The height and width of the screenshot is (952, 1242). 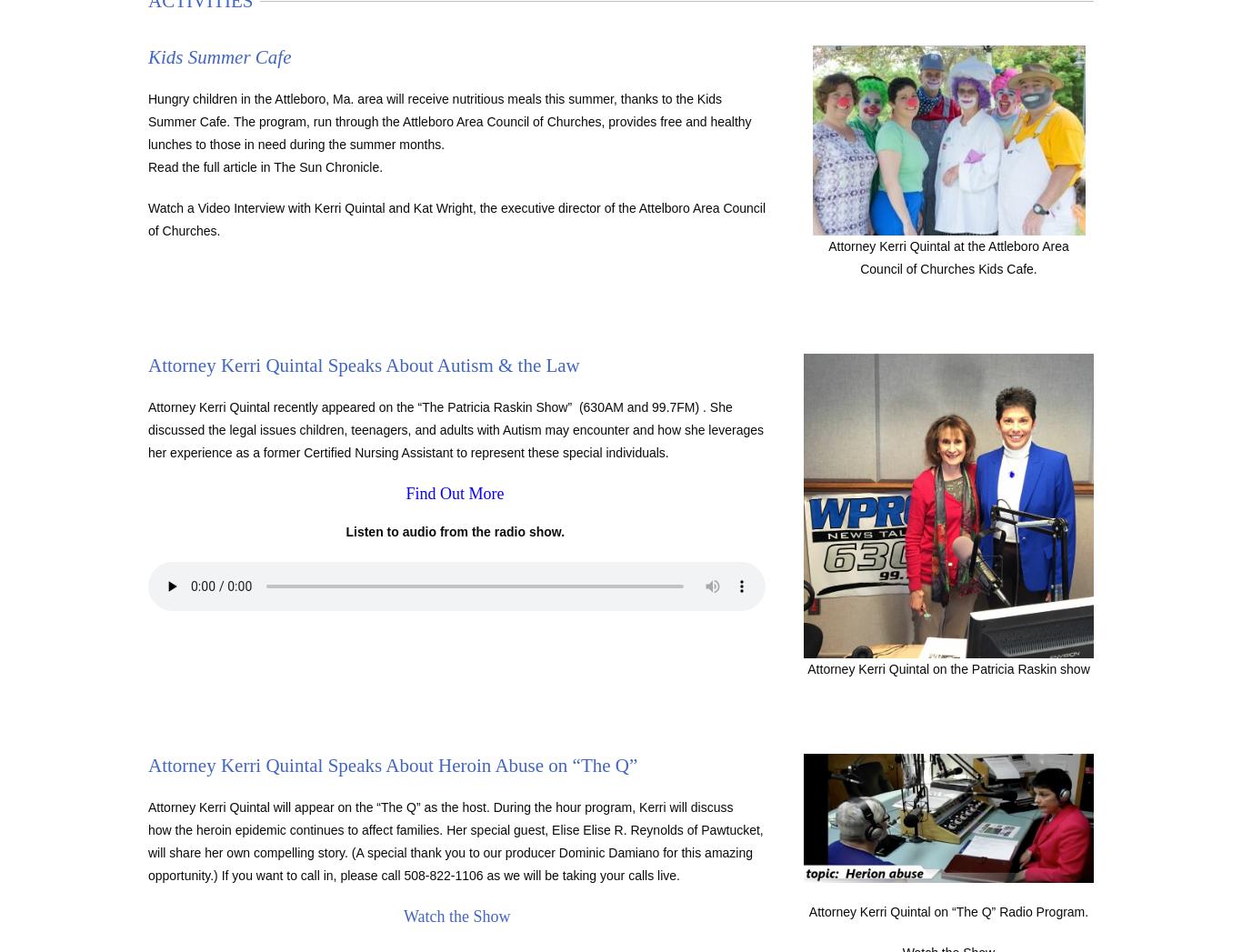 What do you see at coordinates (456, 840) in the screenshot?
I see `'Attorney Kerri Quintal will appear on the “The Q” as the host. During the hour program, Kerri will discuss how the heroin epidemic continues to affect families. Her special guest, Elise Elise R. Reynolds of Pawtucket, will share her own compelling story. (A special thank you to our producer Dominic Damiano for this amazing opportunity.) If you want to call in, please call 508-822-1106 as we will be taking your calls live.'` at bounding box center [456, 840].